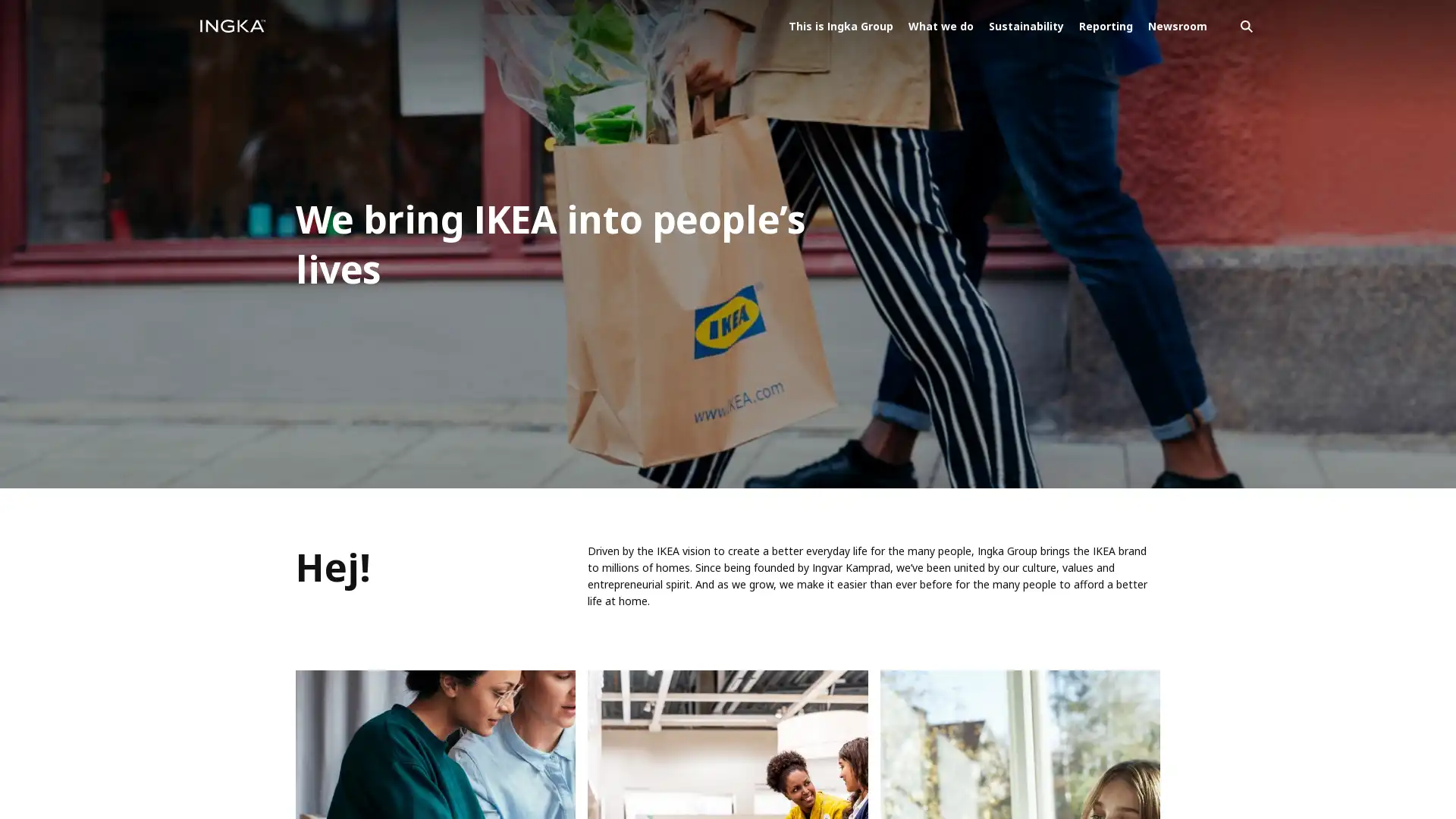 The height and width of the screenshot is (819, 1456). I want to click on Accept All Cookies, so click(102, 760).